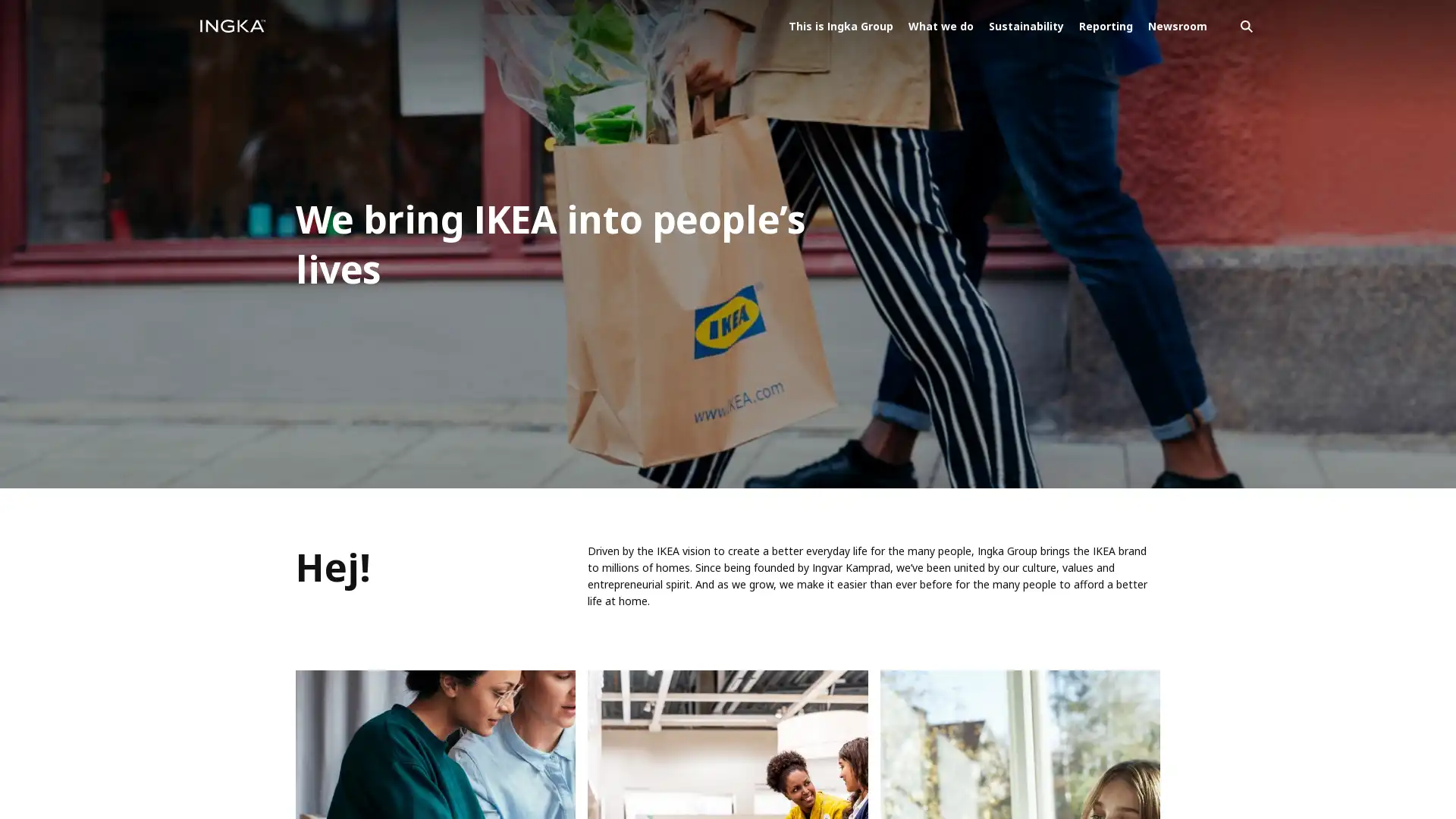 The height and width of the screenshot is (819, 1456). I want to click on Accept All Cookies, so click(102, 760).